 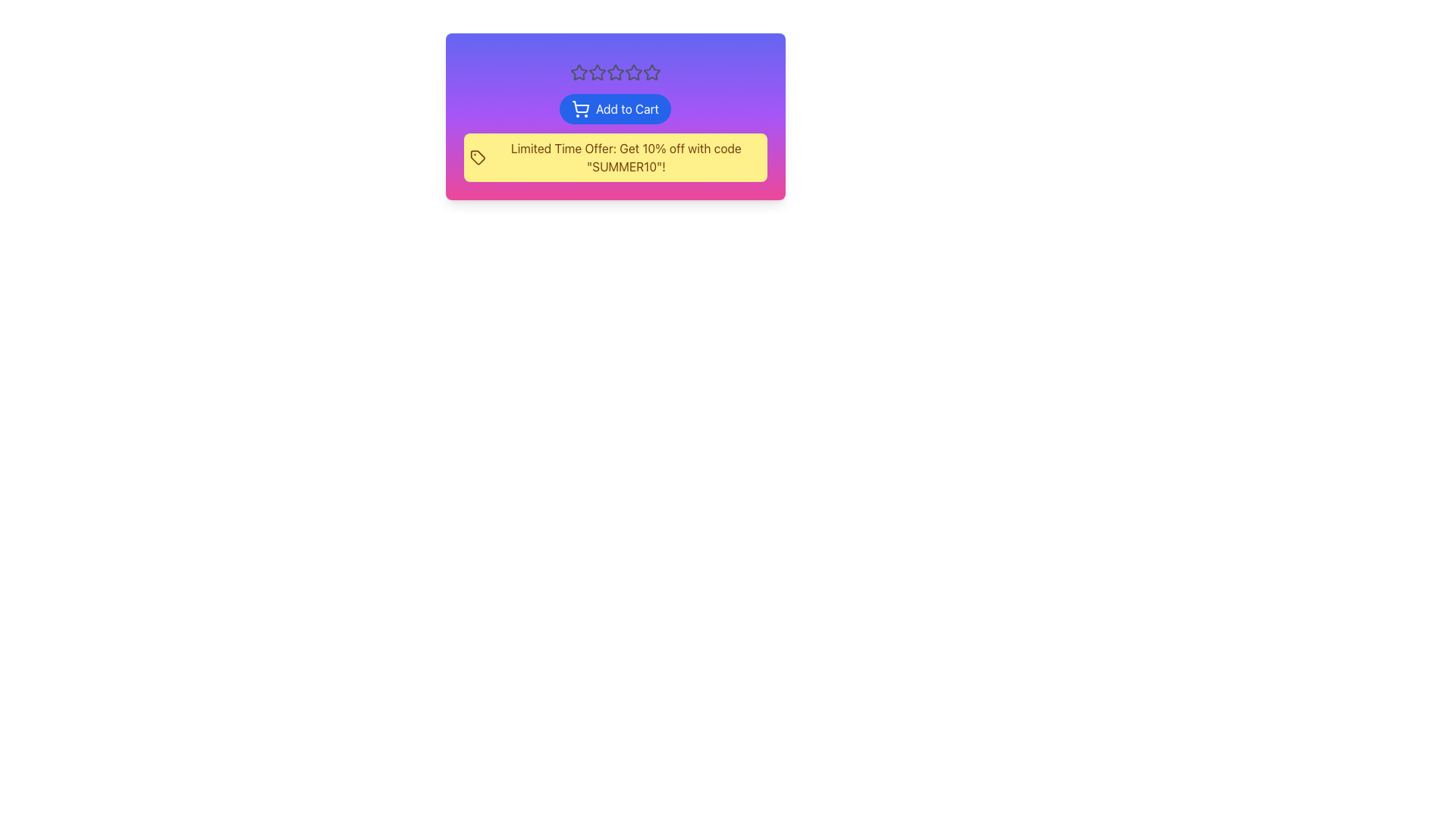 What do you see at coordinates (651, 72) in the screenshot?
I see `the fourth rating star in the rating system` at bounding box center [651, 72].